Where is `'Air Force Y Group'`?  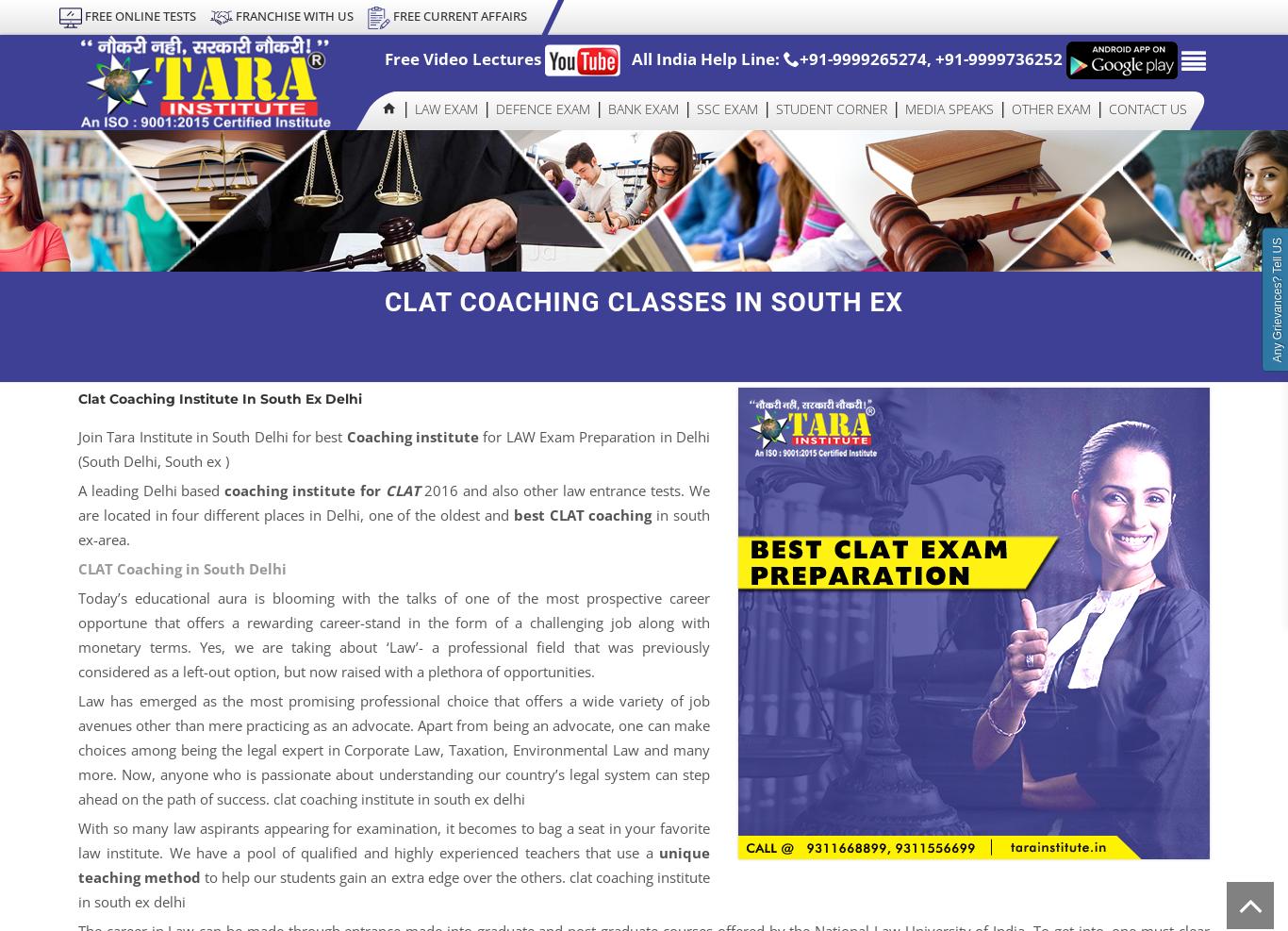
'Air Force Y Group' is located at coordinates (557, 324).